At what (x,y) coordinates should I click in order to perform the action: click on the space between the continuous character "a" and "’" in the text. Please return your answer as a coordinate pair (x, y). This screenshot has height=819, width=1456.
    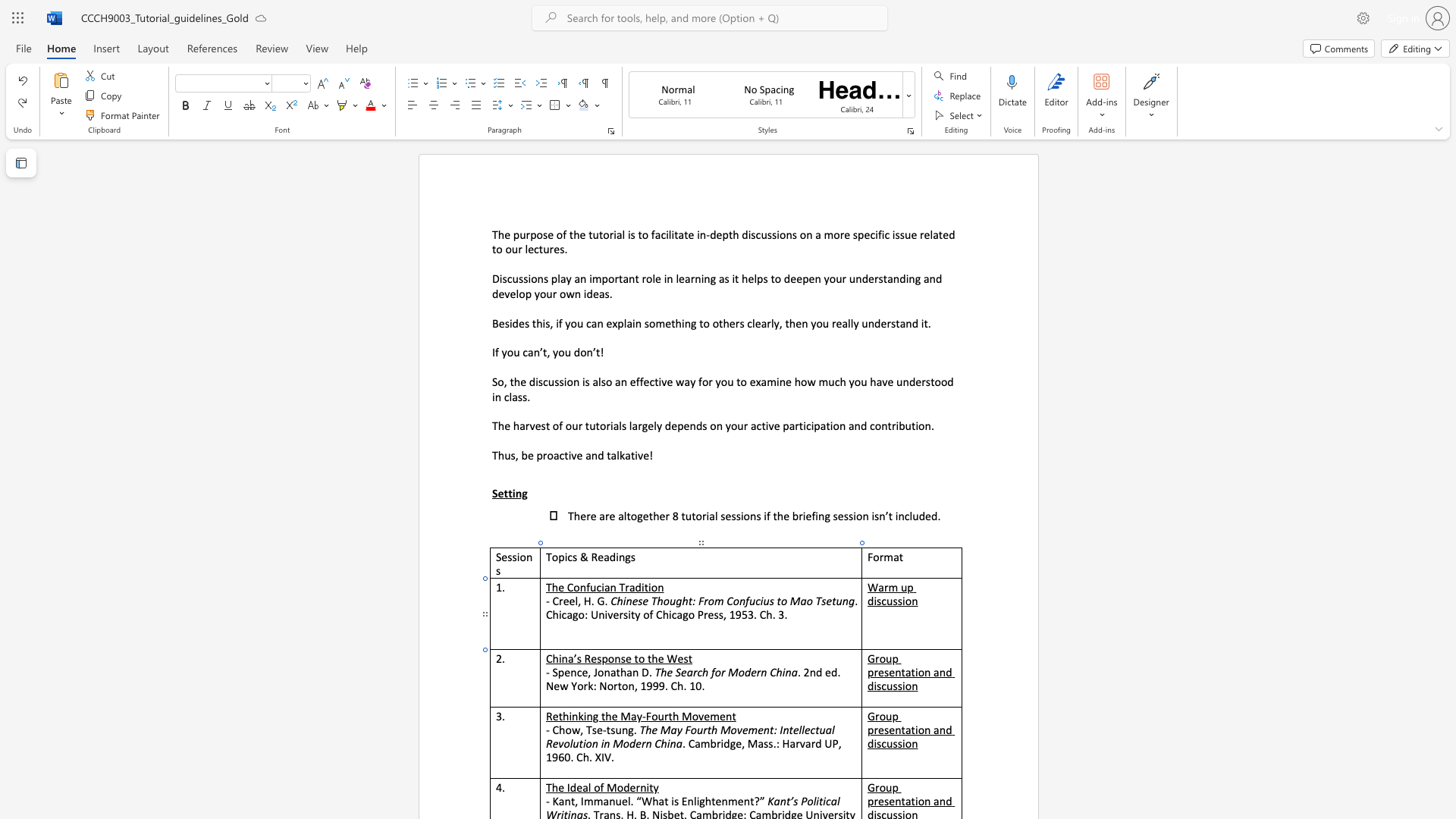
    Looking at the image, I should click on (572, 657).